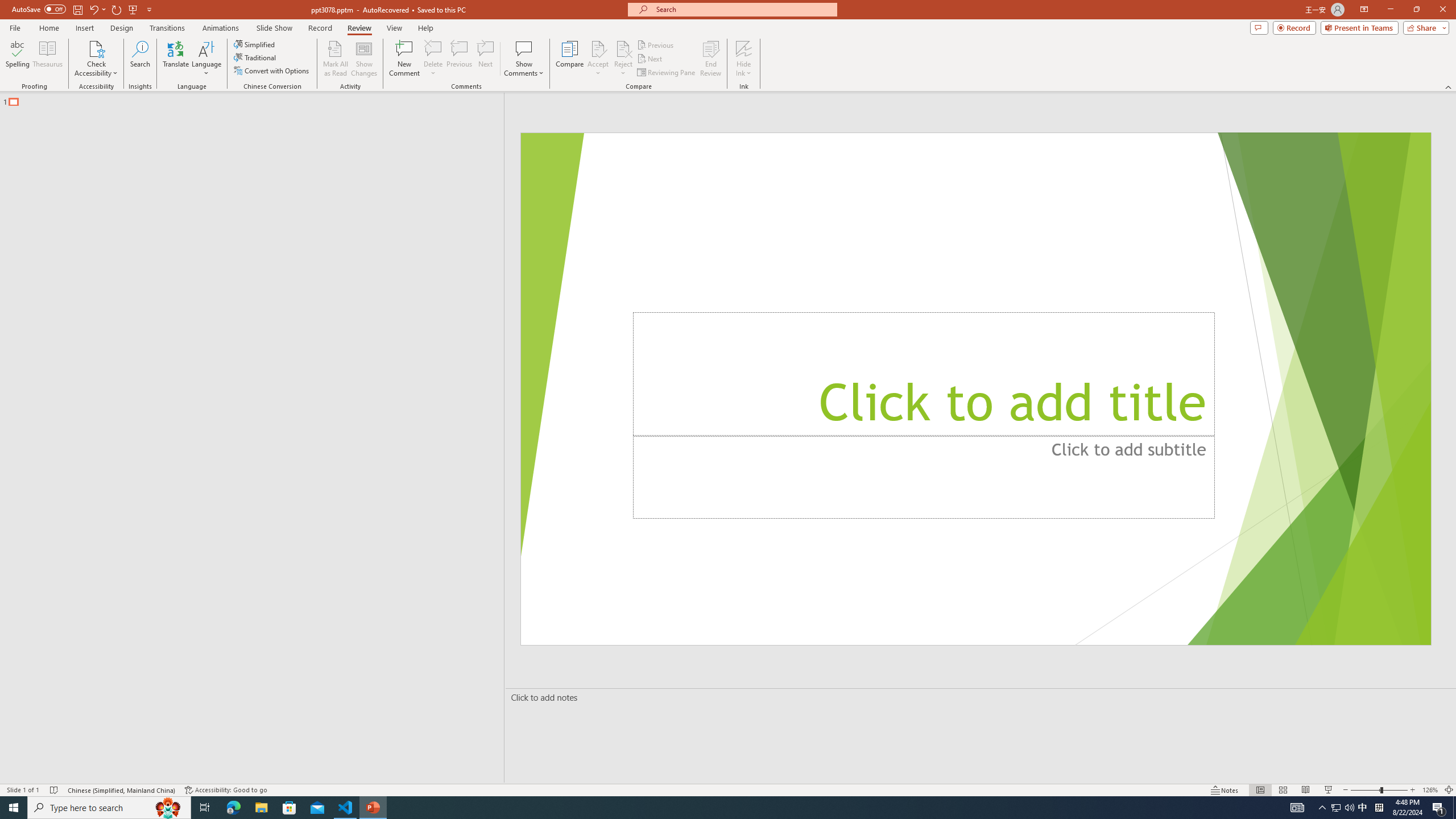  Describe the element at coordinates (255, 56) in the screenshot. I see `'Traditional'` at that location.